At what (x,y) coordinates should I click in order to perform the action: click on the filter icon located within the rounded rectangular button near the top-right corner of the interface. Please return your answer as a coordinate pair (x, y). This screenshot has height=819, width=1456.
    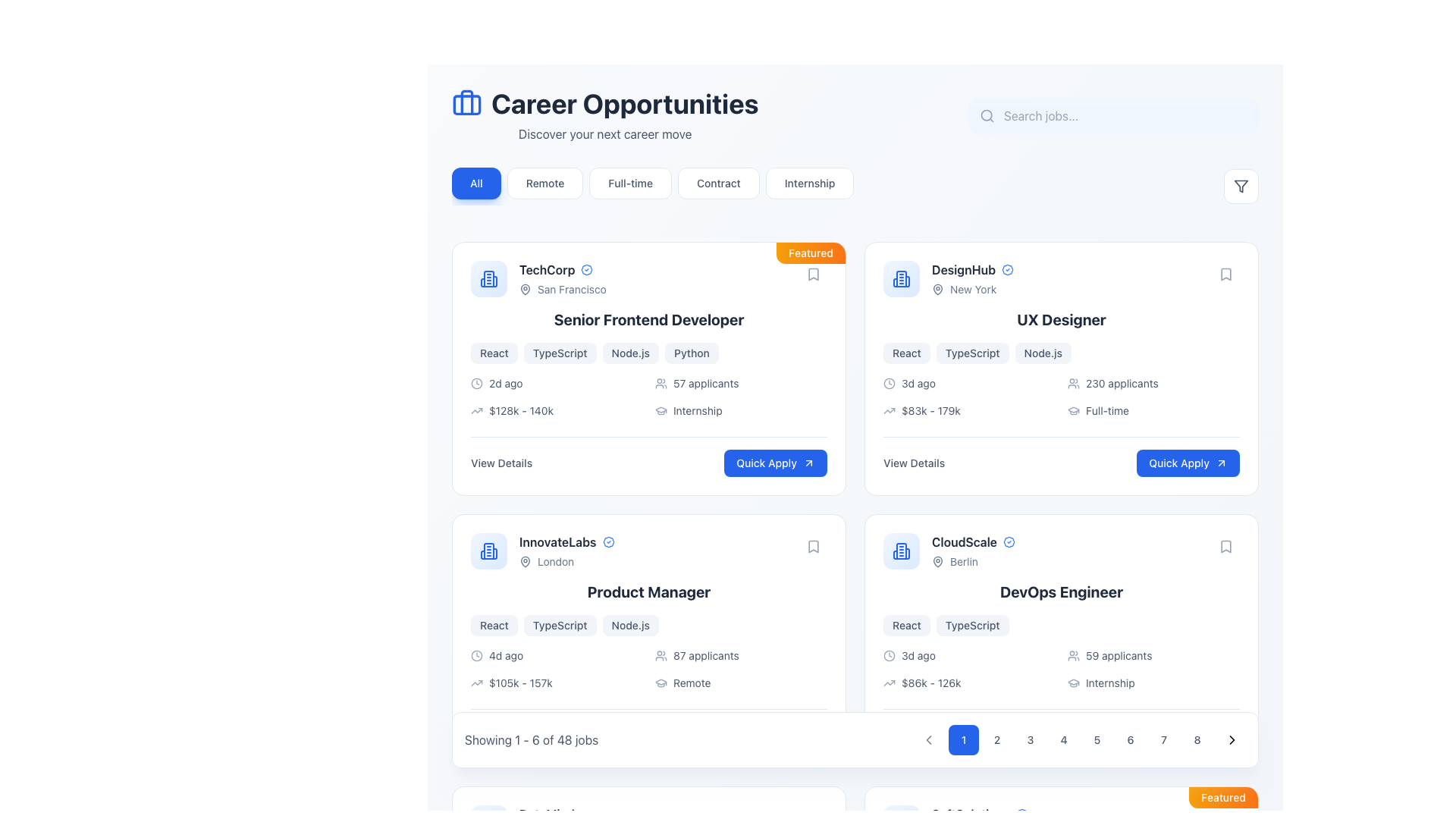
    Looking at the image, I should click on (1241, 186).